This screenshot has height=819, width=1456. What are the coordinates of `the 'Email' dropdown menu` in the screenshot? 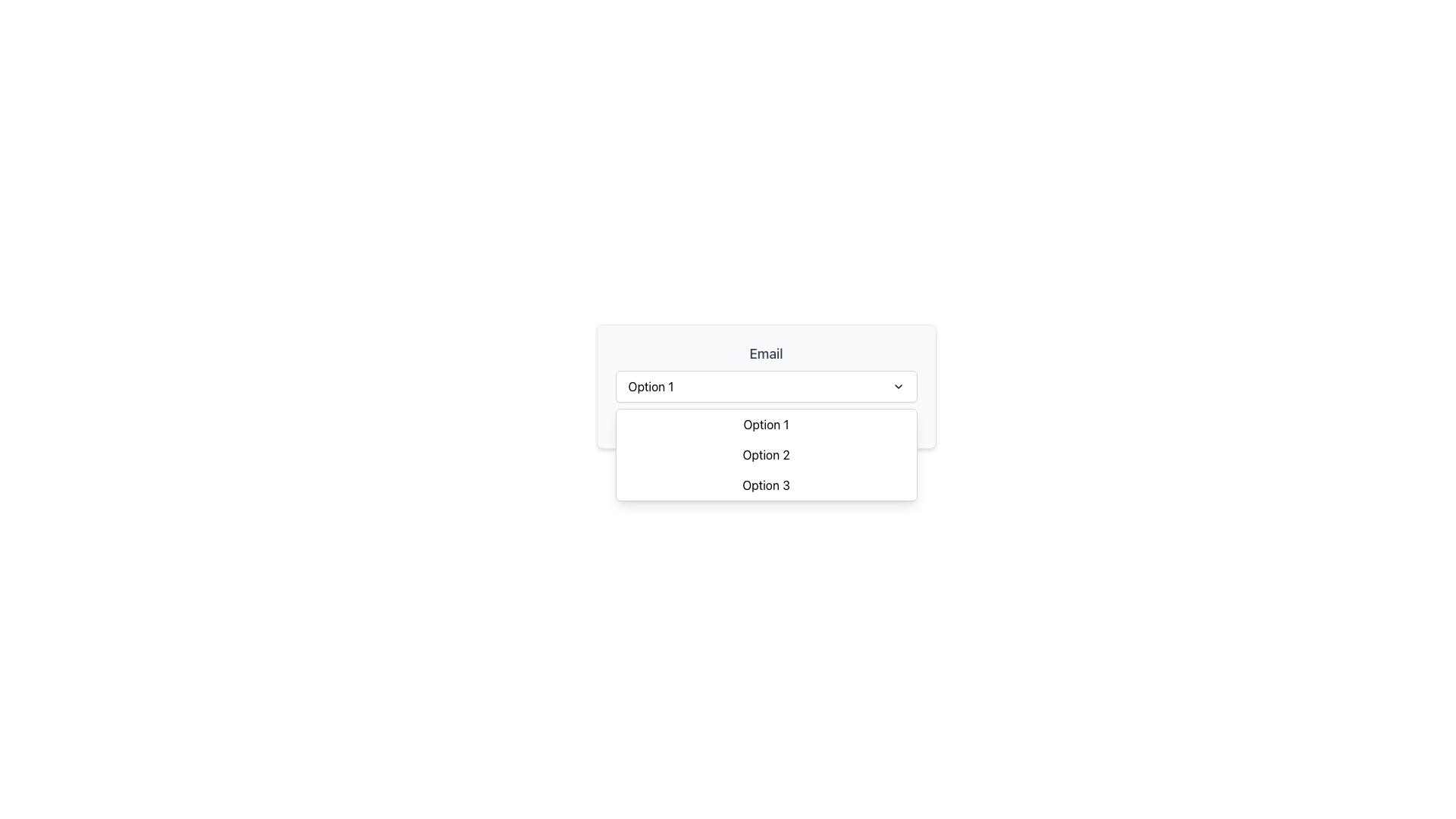 It's located at (766, 385).